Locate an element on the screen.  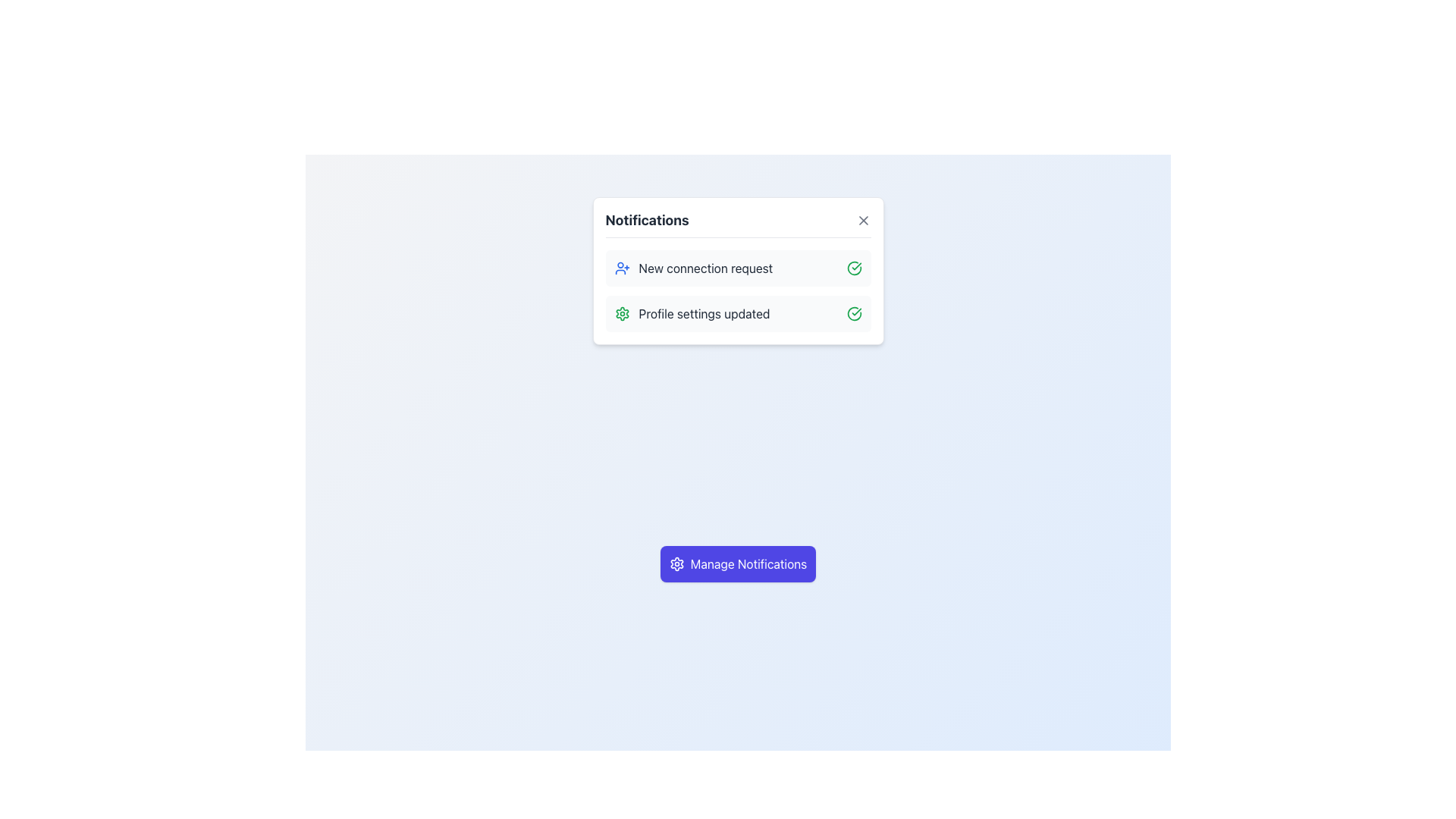
the green circular check icon located at the right end of the 'Profile settings updated' notification row within the 'Notifications' card to acknowledge the notification is located at coordinates (854, 312).